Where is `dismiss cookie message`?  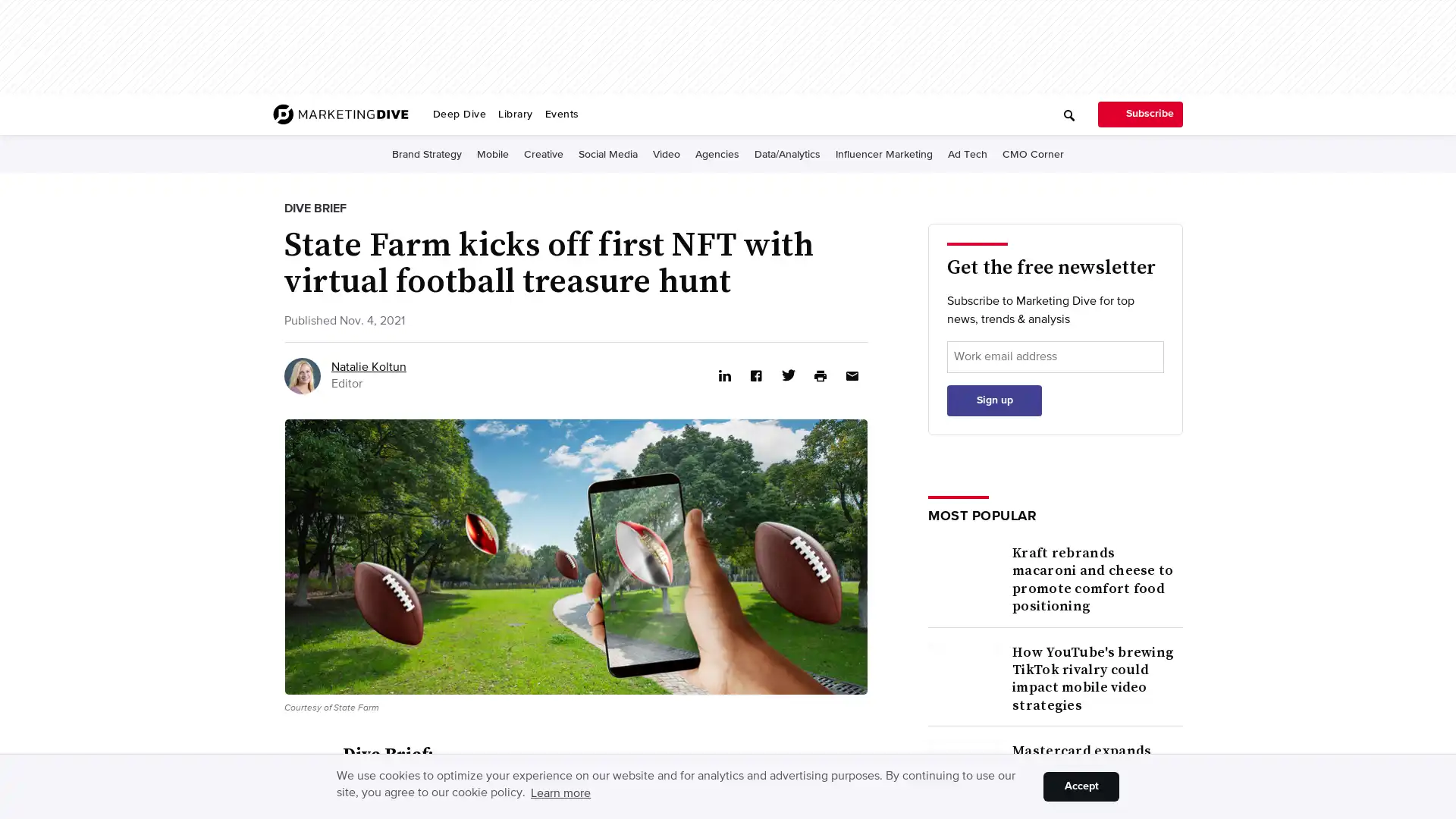 dismiss cookie message is located at coordinates (1080, 786).